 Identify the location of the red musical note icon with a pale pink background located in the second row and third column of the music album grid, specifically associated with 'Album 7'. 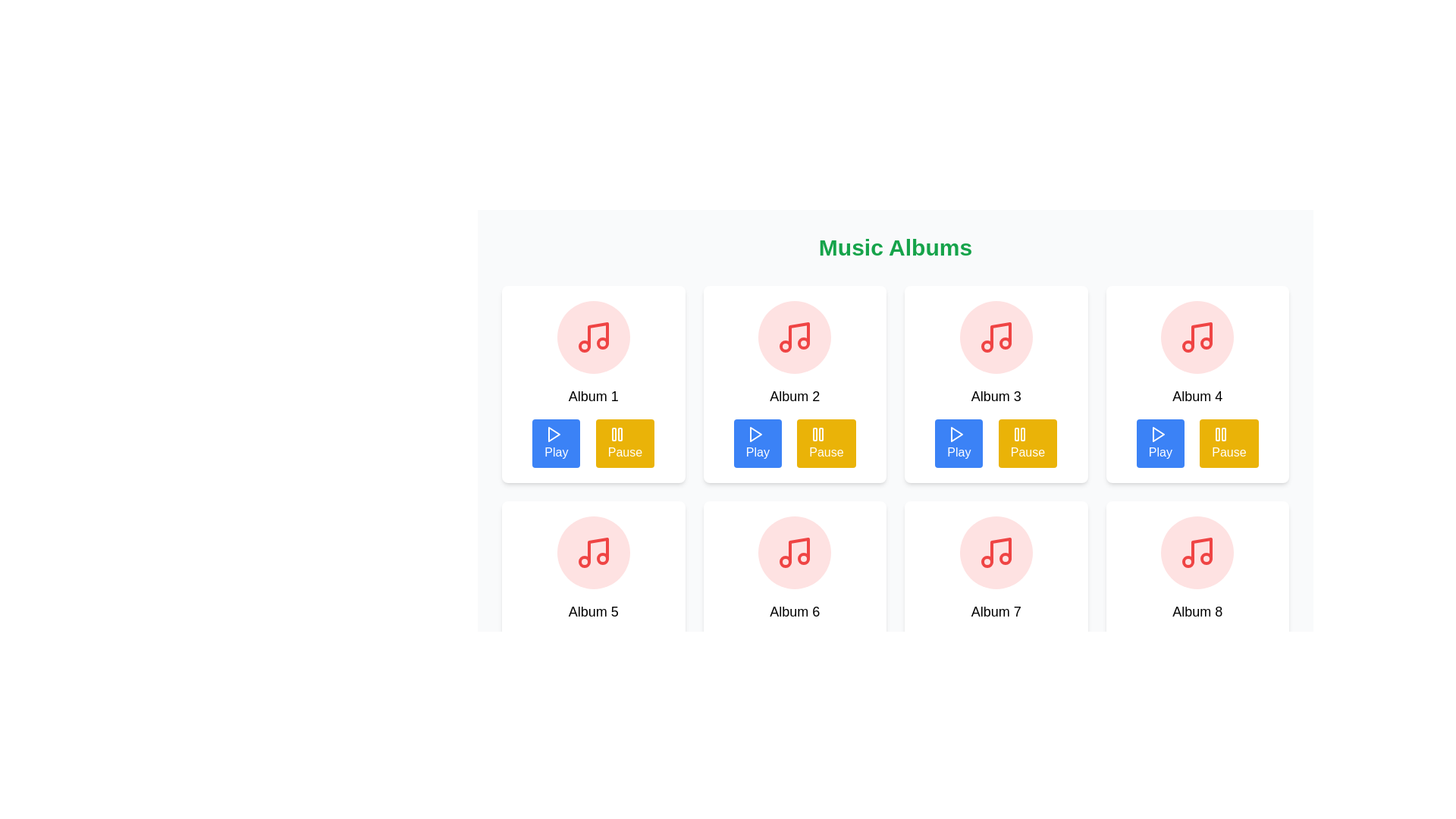
(996, 553).